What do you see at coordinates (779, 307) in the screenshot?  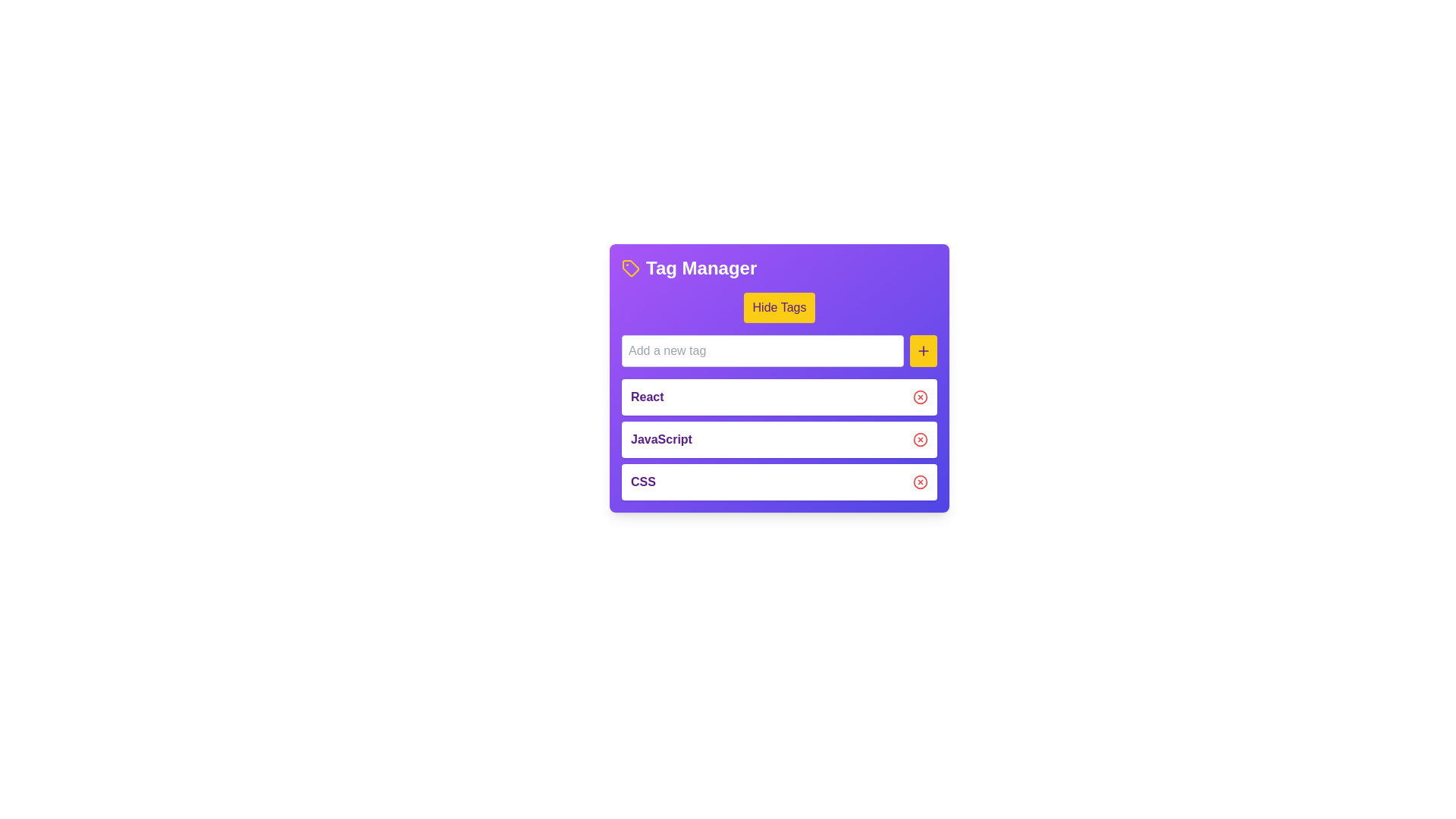 I see `the button located in the top-right section of the 'Tag Manager' purple card to hide the displayed tags` at bounding box center [779, 307].